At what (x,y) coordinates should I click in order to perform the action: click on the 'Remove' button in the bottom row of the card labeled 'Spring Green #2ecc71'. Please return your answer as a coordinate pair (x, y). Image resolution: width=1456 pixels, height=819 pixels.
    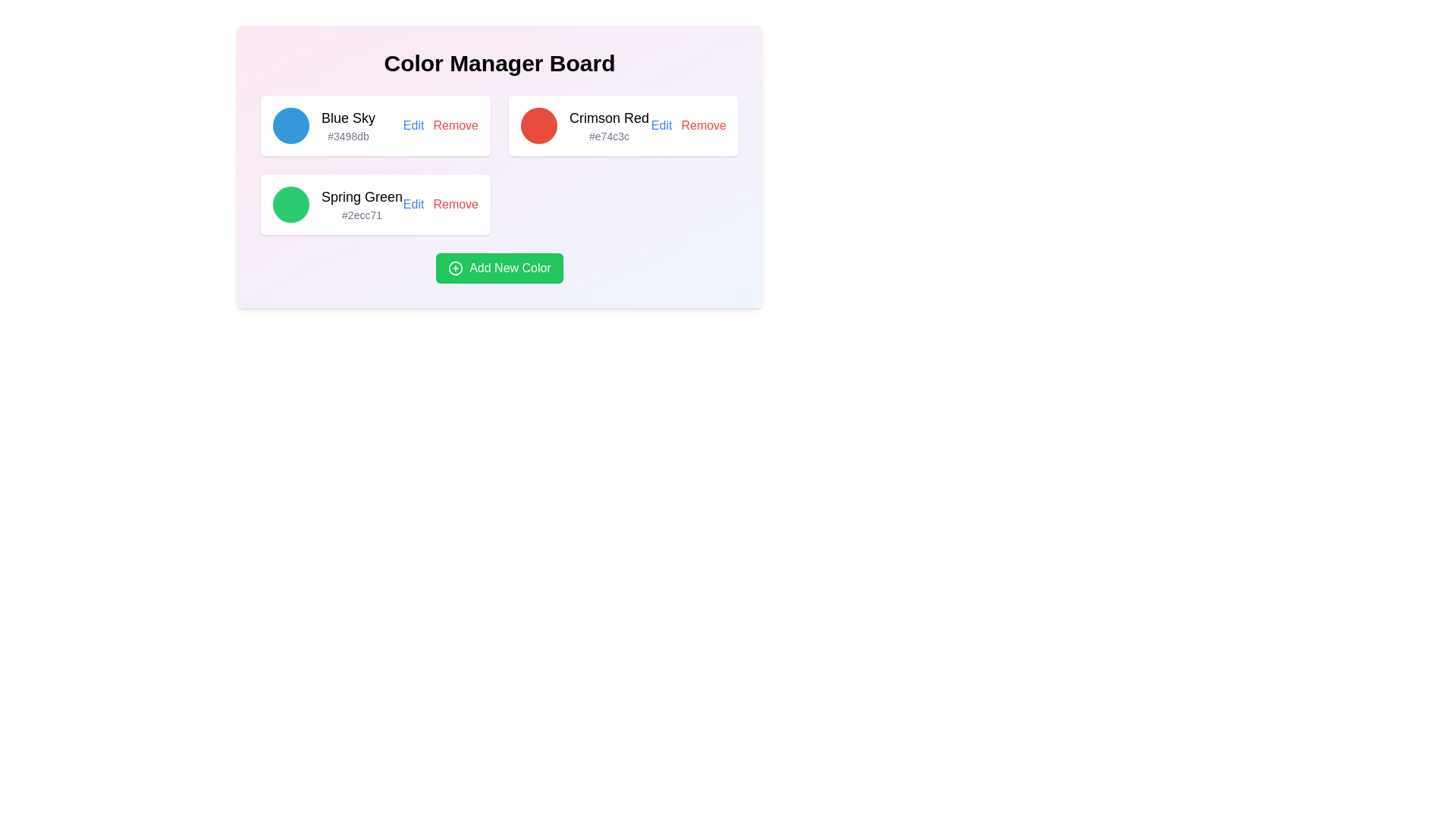
    Looking at the image, I should click on (440, 205).